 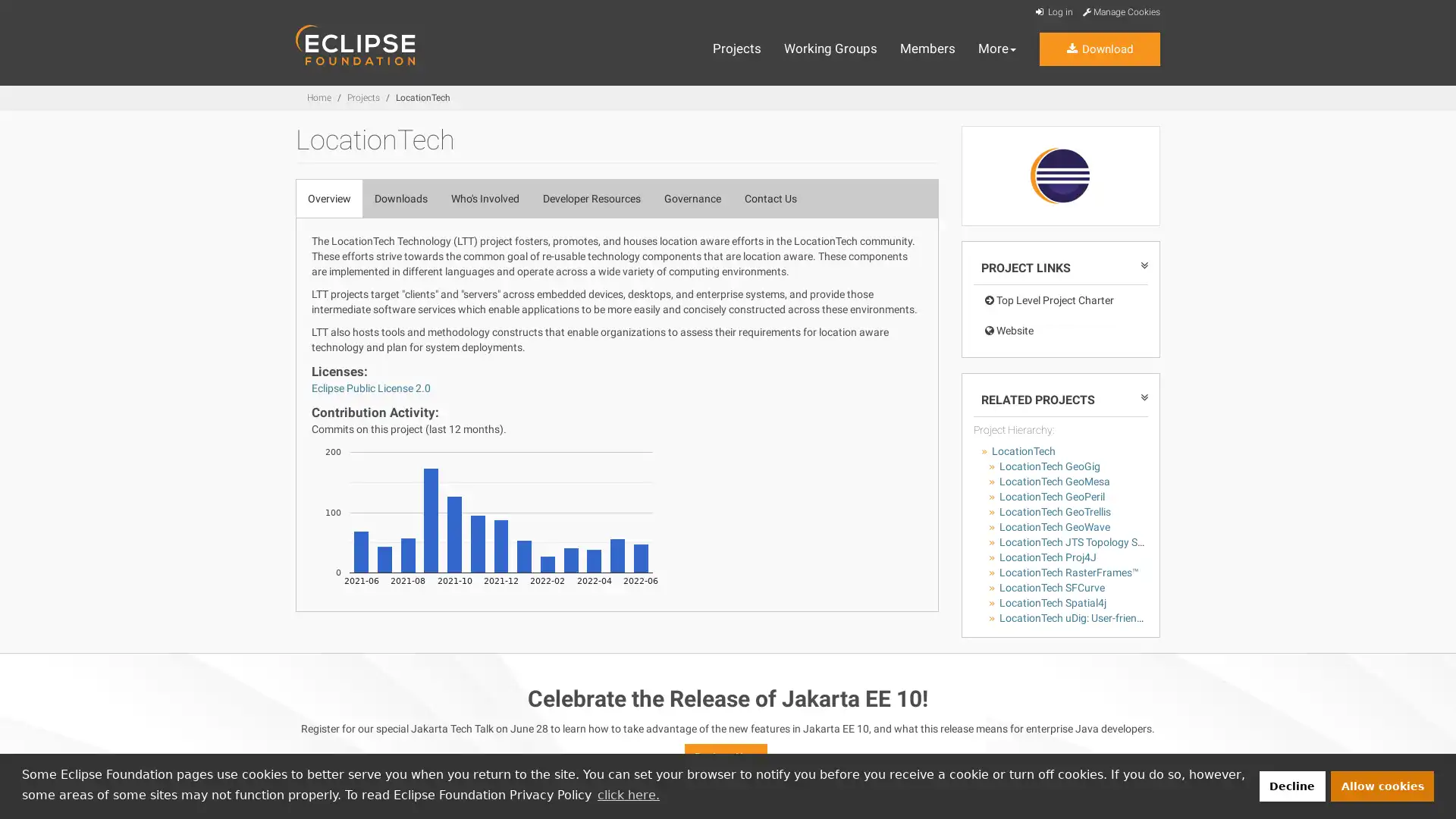 What do you see at coordinates (1291, 785) in the screenshot?
I see `deny cookies` at bounding box center [1291, 785].